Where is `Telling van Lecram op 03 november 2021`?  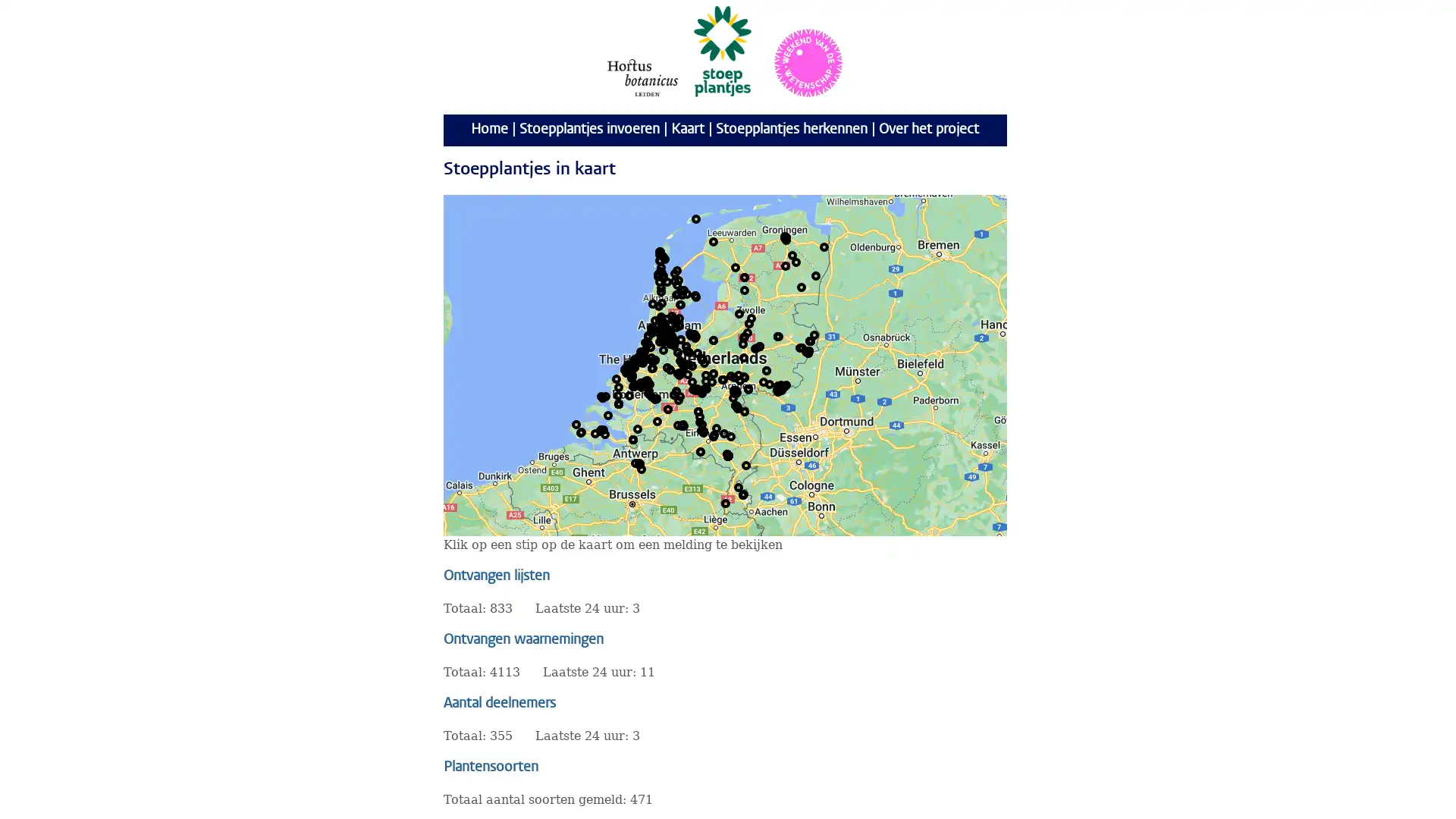
Telling van Lecram op 03 november 2021 is located at coordinates (705, 388).